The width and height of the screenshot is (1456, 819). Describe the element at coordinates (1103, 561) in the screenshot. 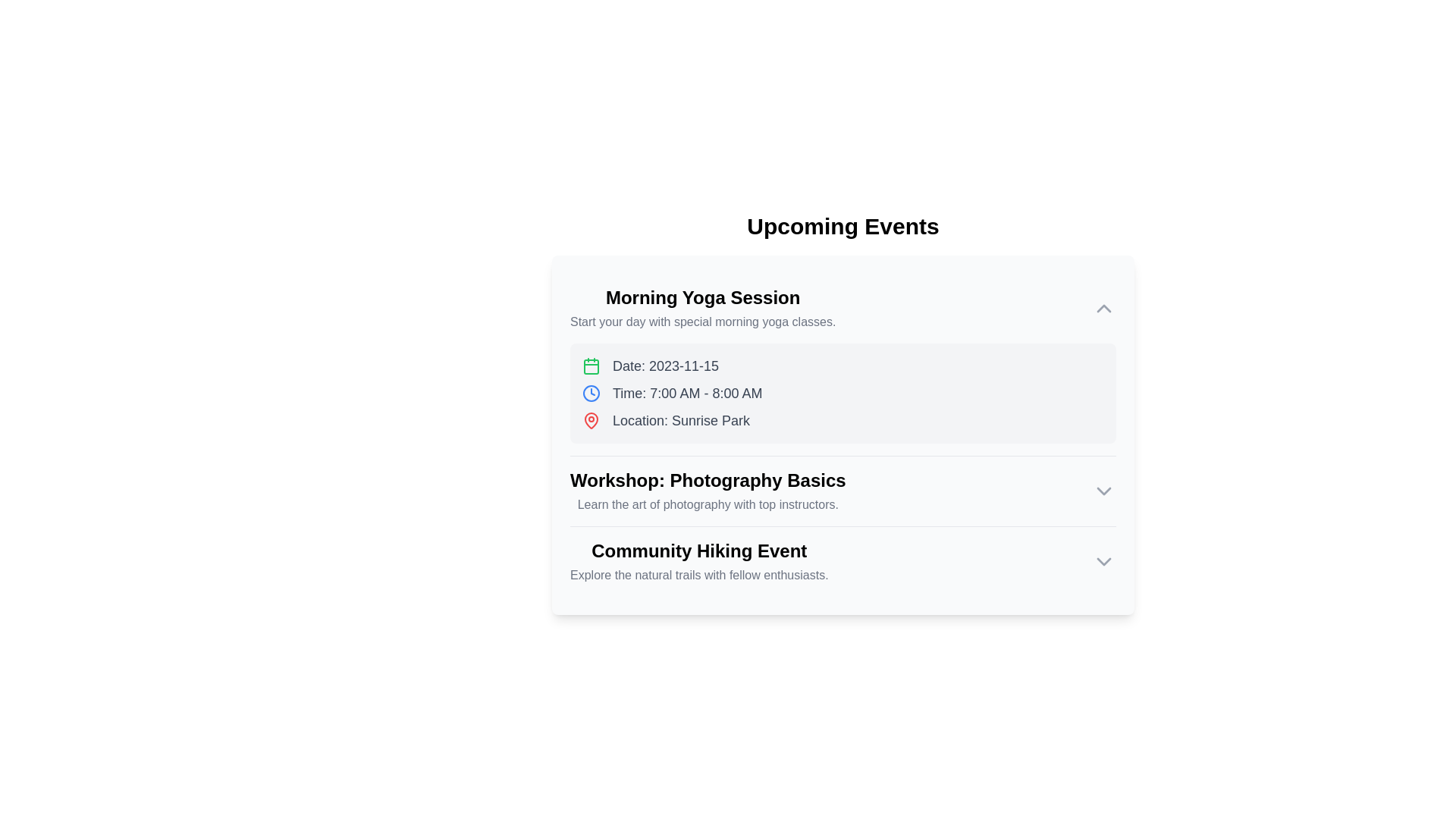

I see `the chevron dropdown toggle button located at the far right of the 'Community Hiking Event' section` at that location.